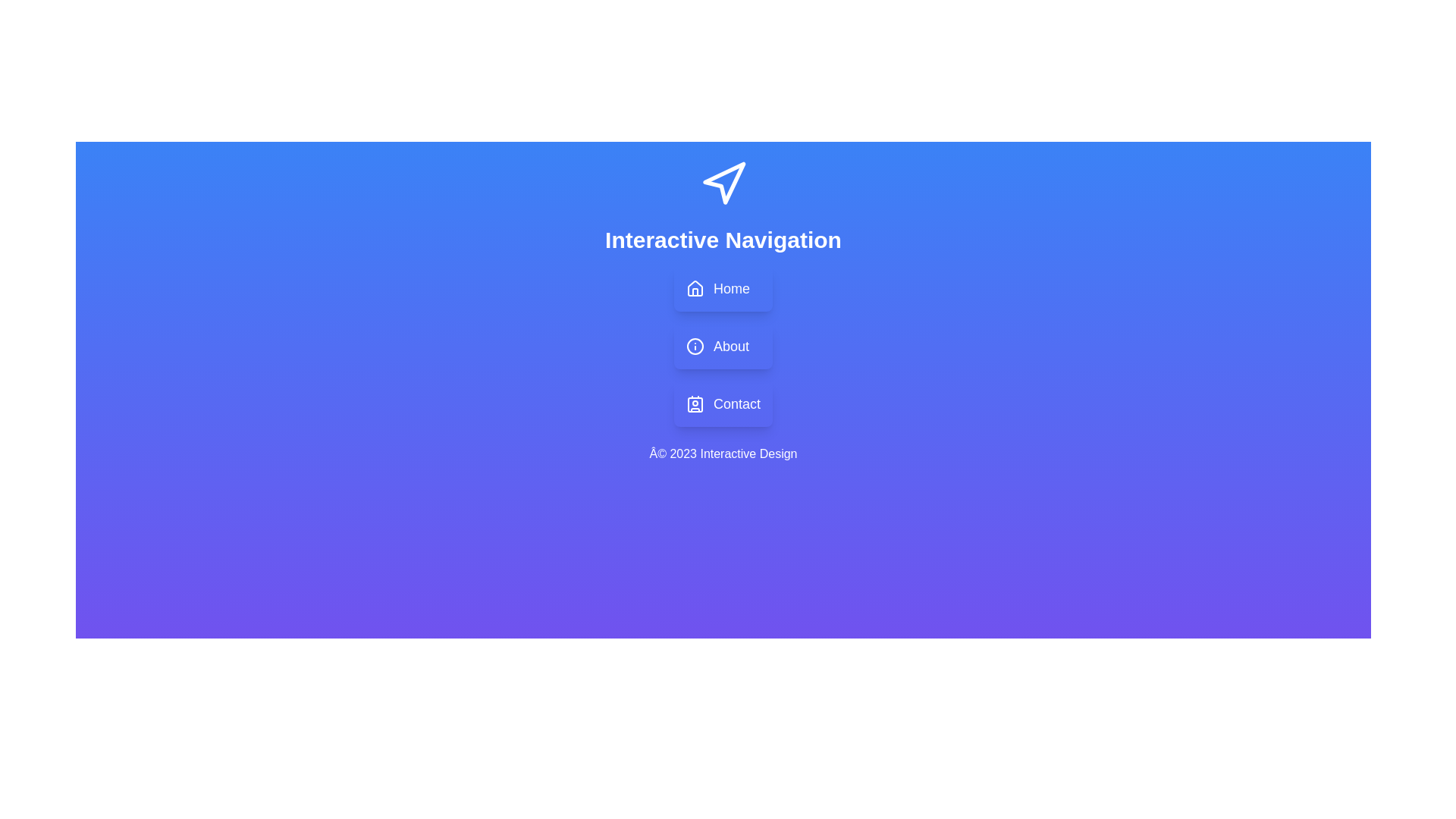 Image resolution: width=1456 pixels, height=819 pixels. Describe the element at coordinates (723, 184) in the screenshot. I see `the white navigation arrow symbol located at the center of the interface, above the text 'Interactive Navigation'` at that location.